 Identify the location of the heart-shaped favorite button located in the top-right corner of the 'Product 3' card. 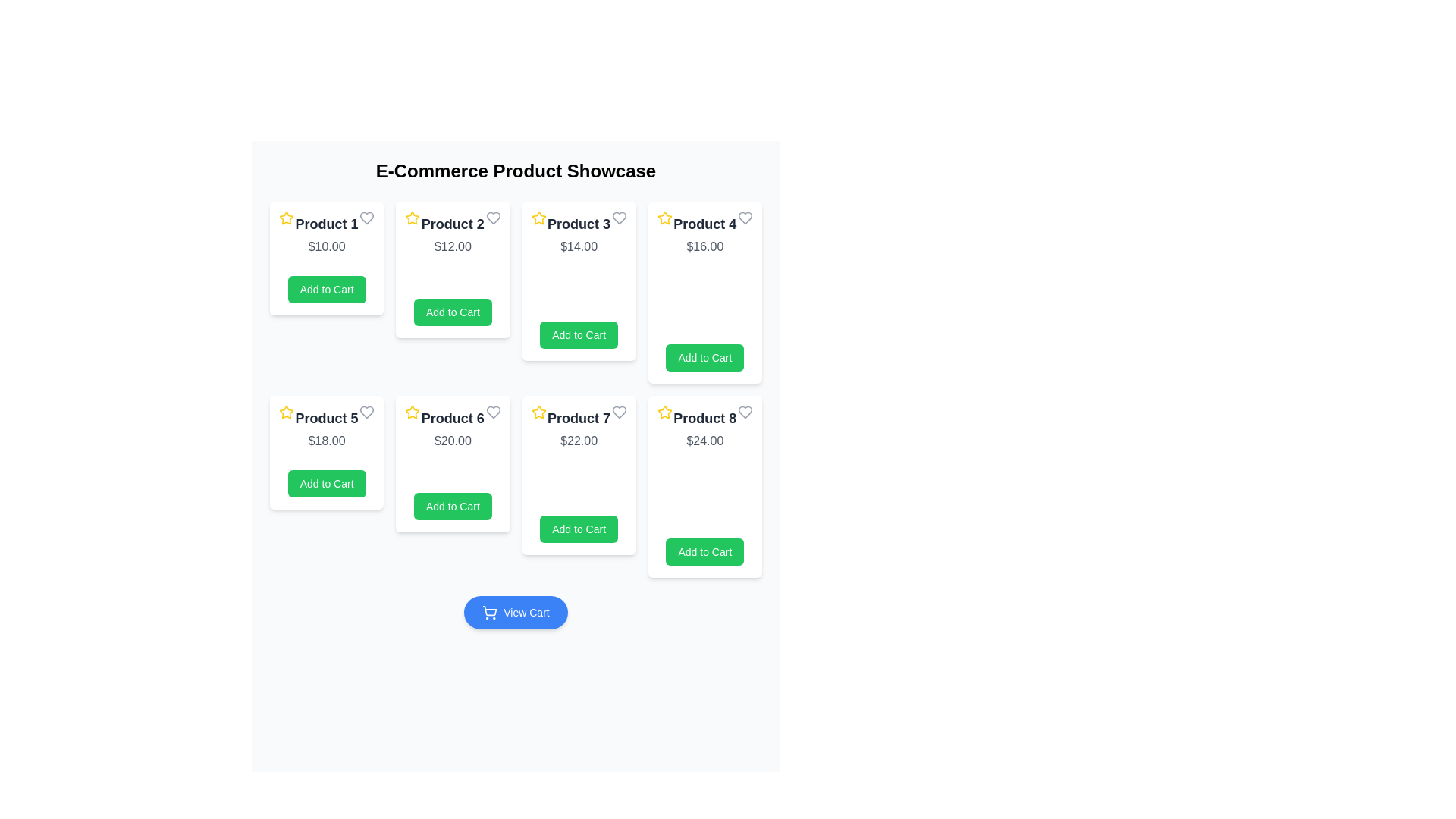
(619, 218).